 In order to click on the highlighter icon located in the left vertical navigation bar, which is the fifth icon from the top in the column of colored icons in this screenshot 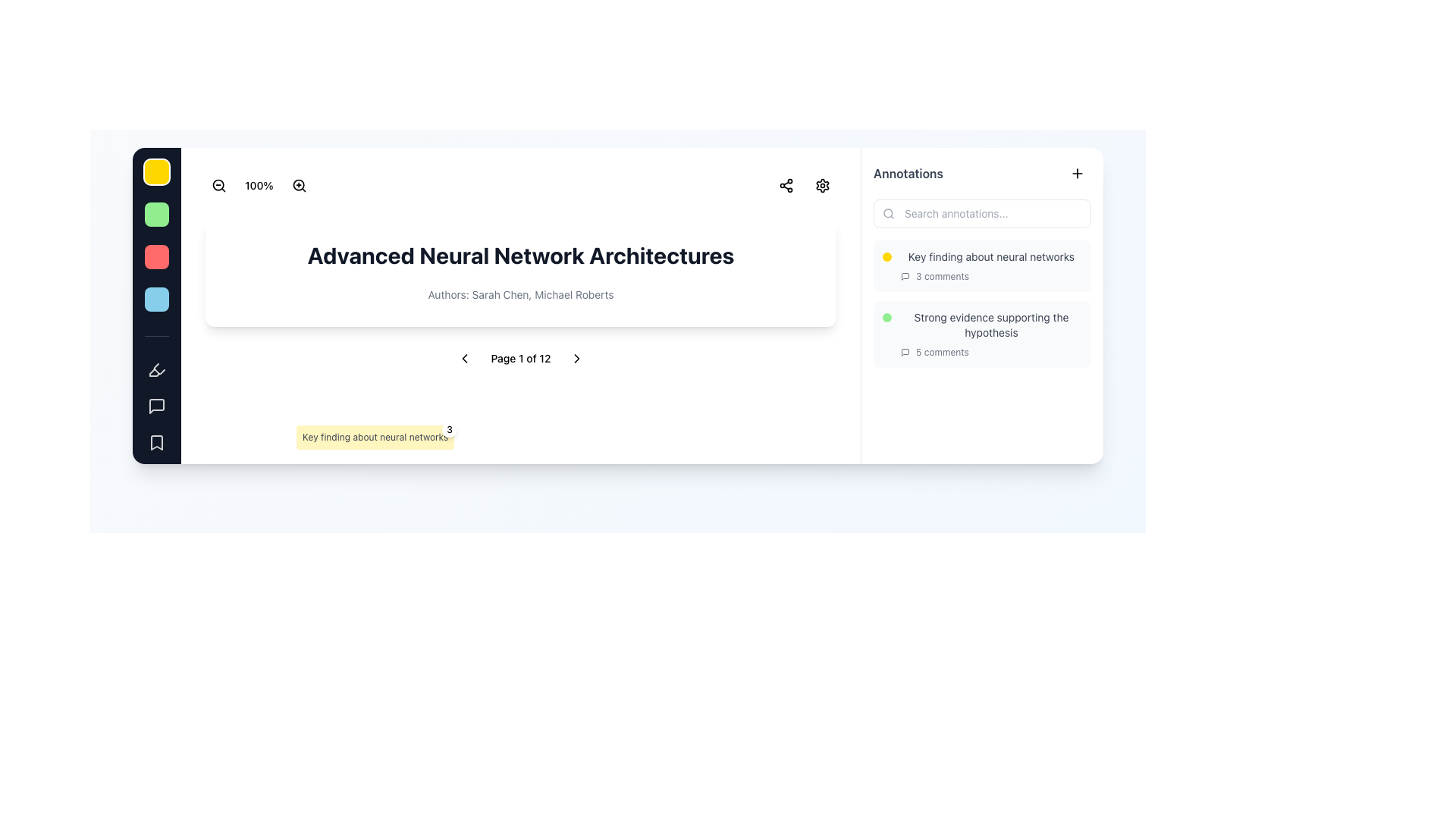, I will do `click(154, 372)`.